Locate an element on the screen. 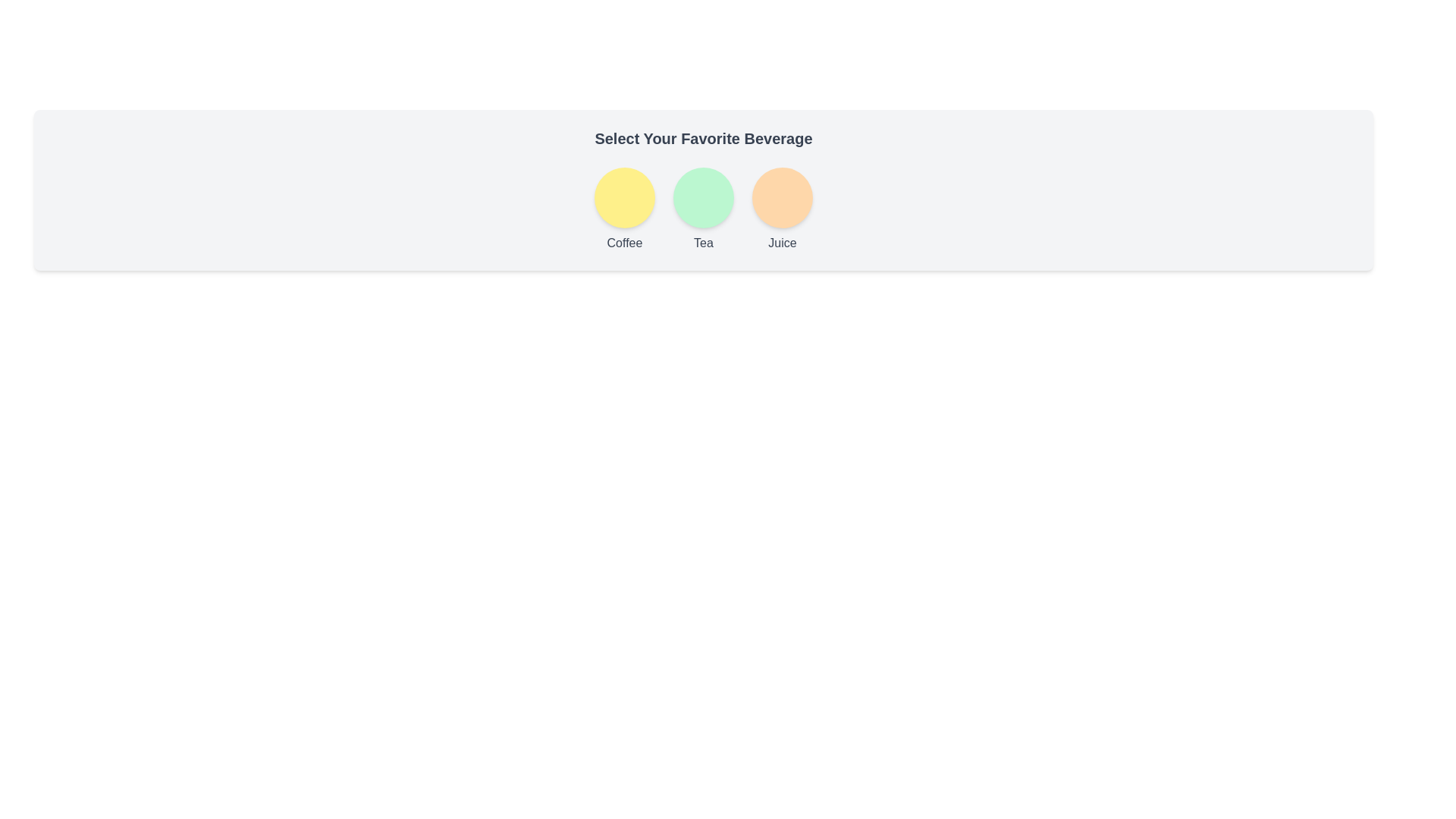  the 'Coffee' text label, which is styled in gray and positioned below a yellow circular icon in the beverage selection row is located at coordinates (625, 242).